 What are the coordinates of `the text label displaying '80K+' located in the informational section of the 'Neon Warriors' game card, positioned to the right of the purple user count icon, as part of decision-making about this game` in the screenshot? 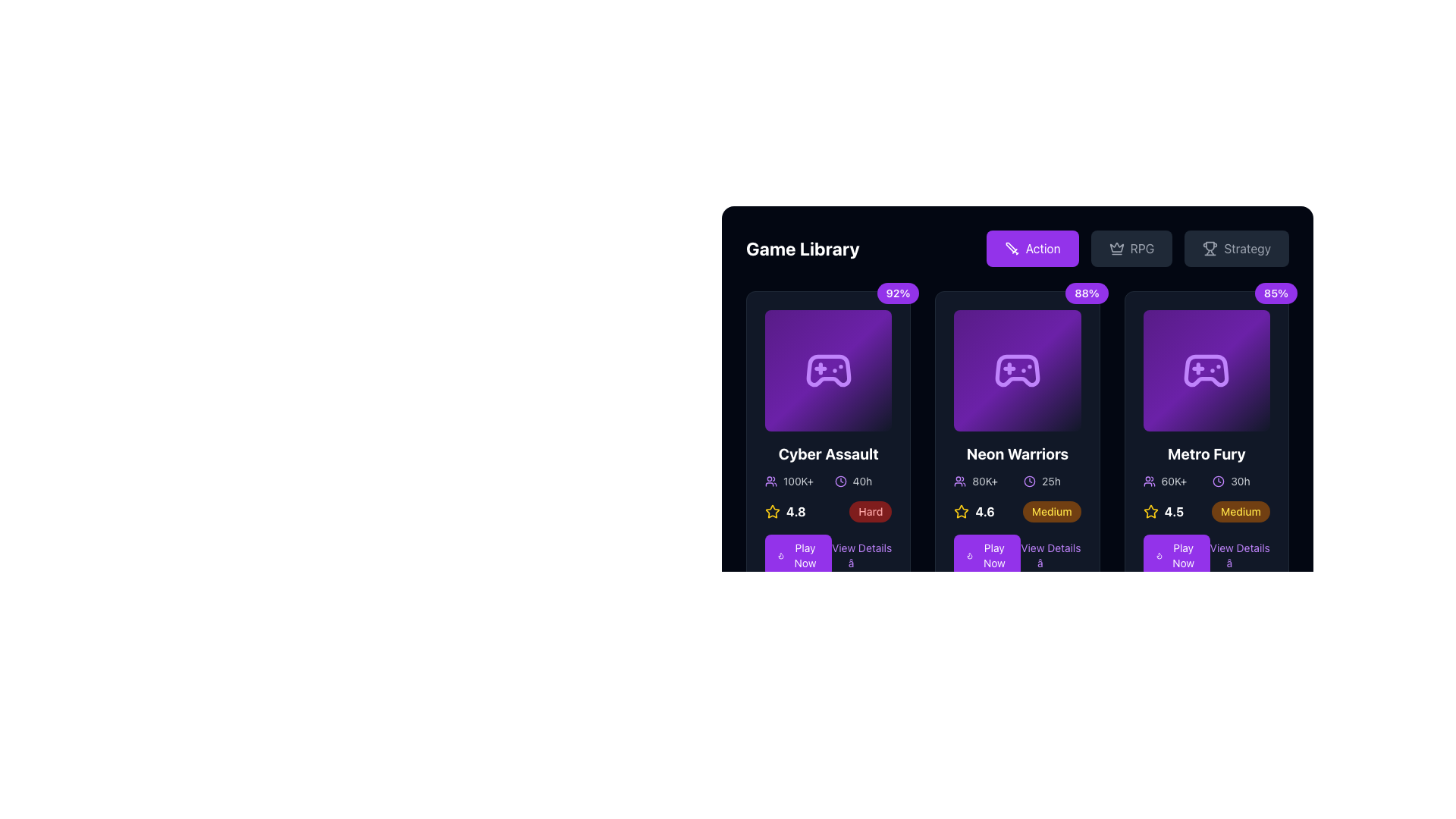 It's located at (985, 482).